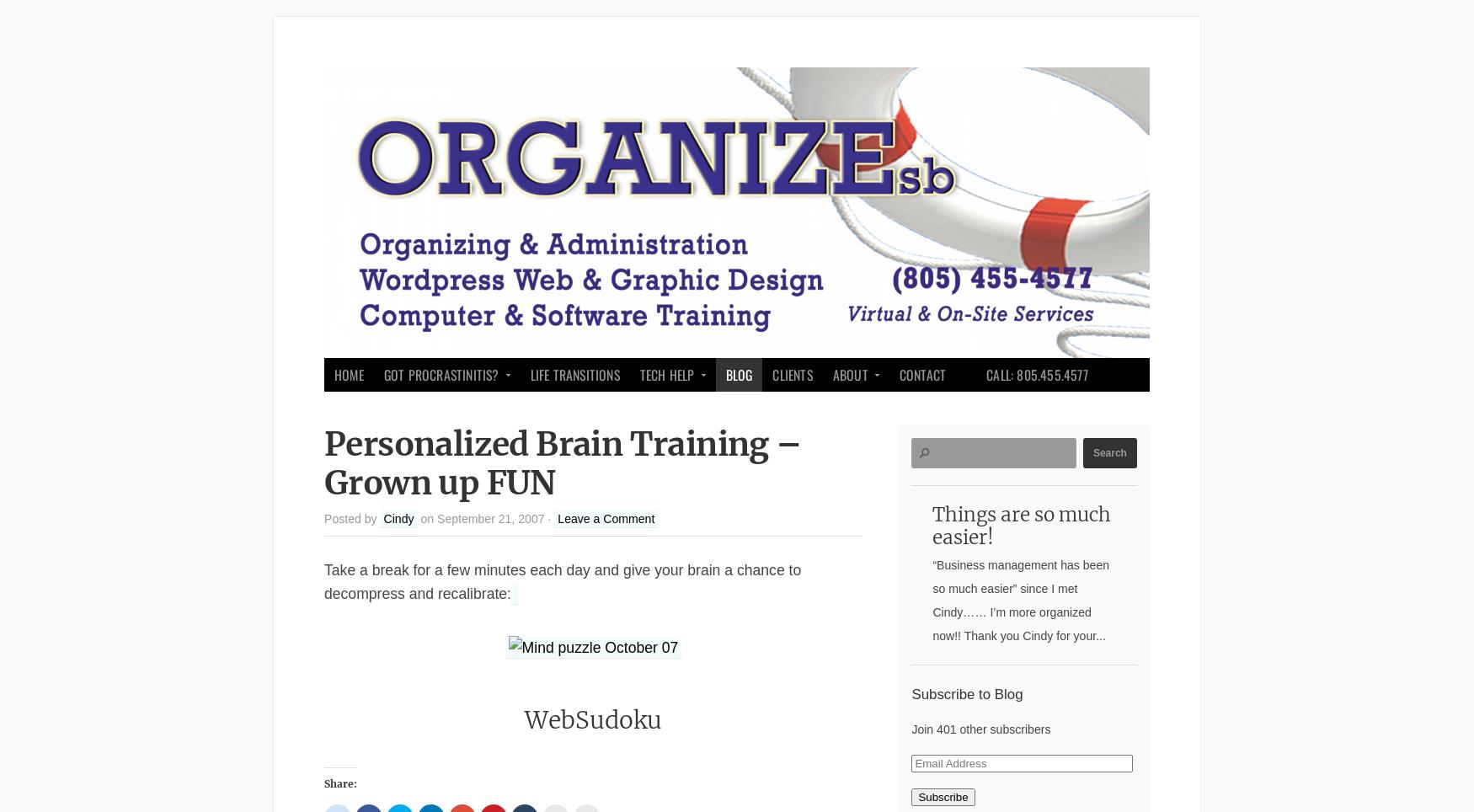  I want to click on 'Contact', so click(921, 374).